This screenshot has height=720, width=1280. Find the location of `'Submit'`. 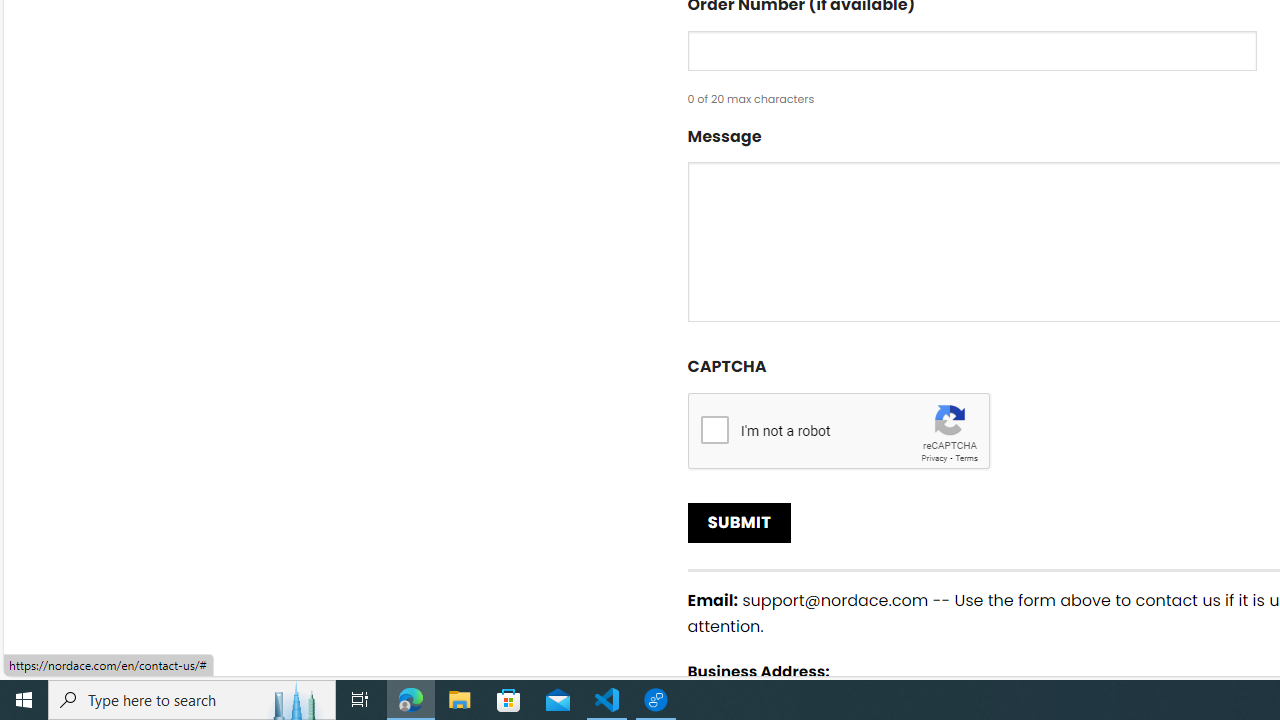

'Submit' is located at coordinates (738, 522).